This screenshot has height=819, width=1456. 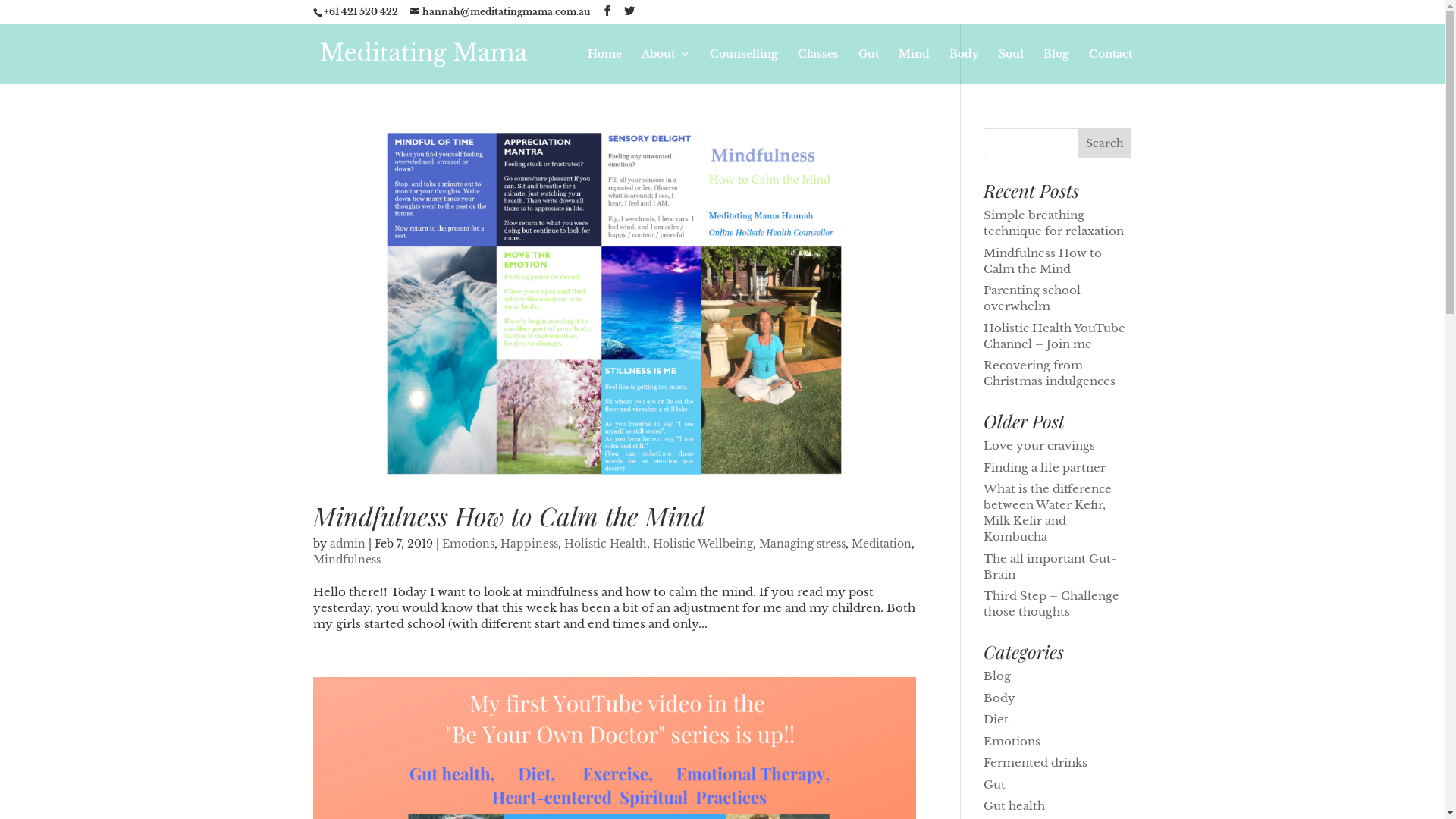 I want to click on 'Gut', so click(x=994, y=783).